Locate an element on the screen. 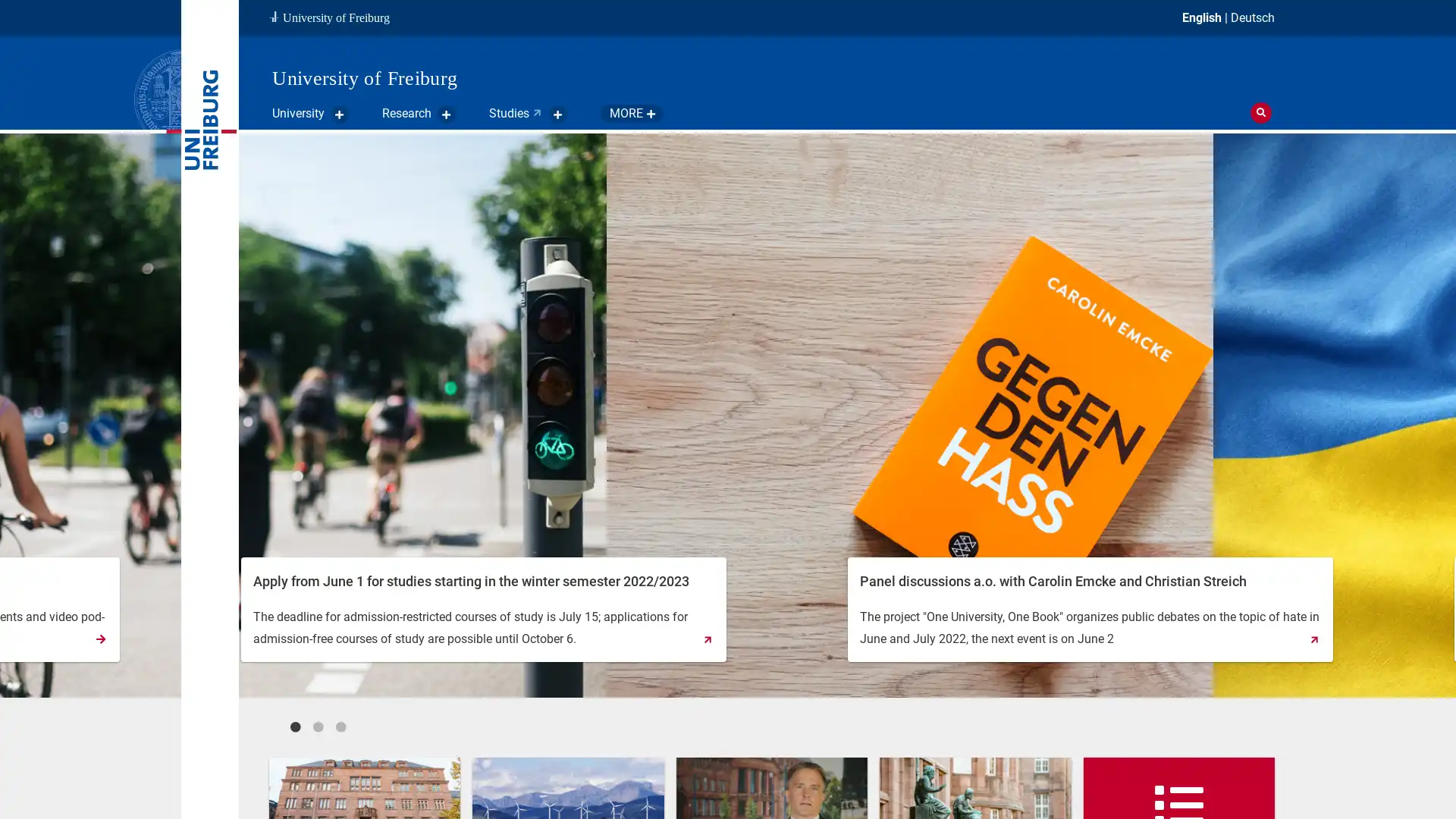  Open submenu is located at coordinates (446, 113).